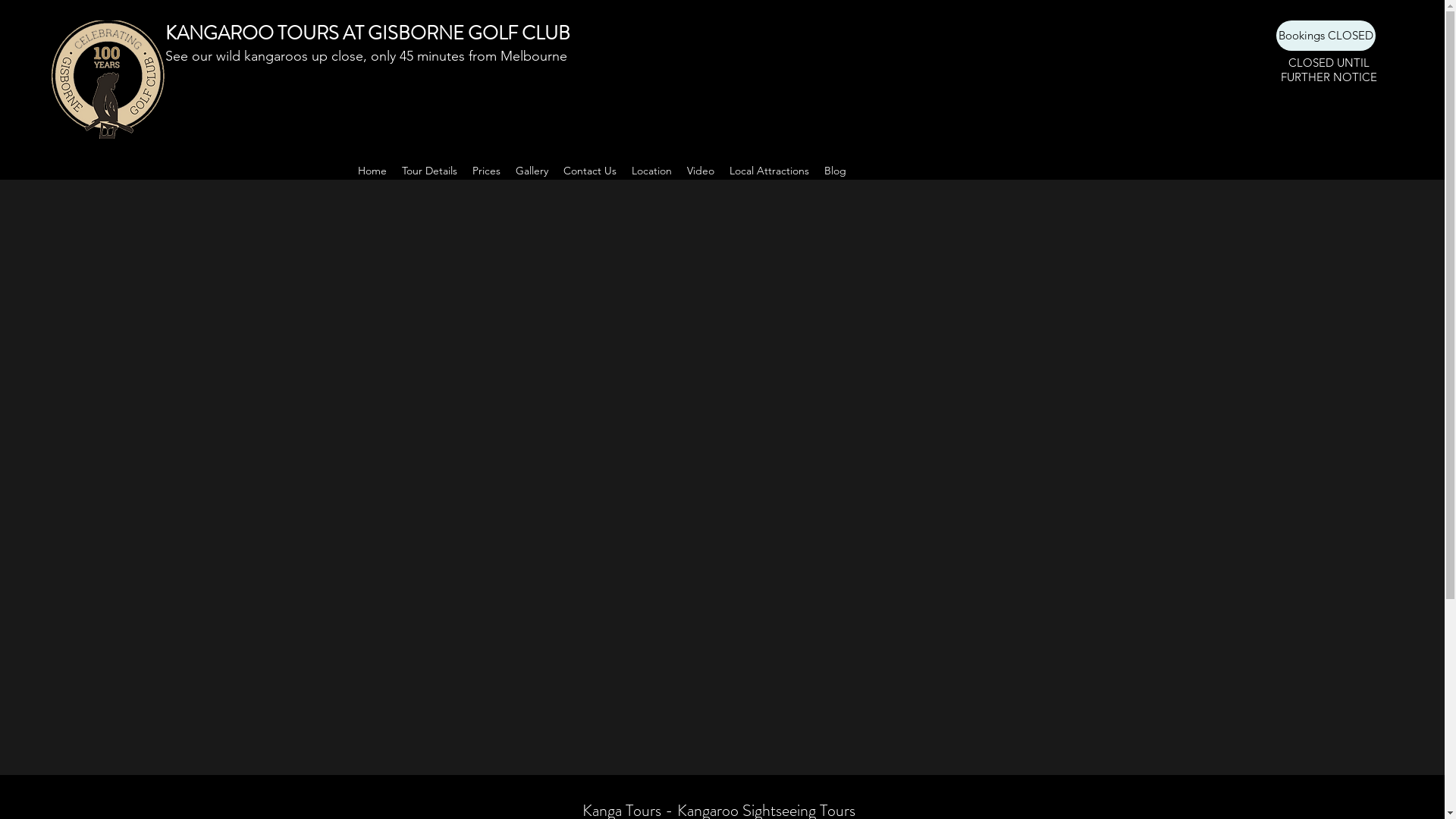 This screenshot has width=1456, height=819. I want to click on 'Home', so click(372, 170).